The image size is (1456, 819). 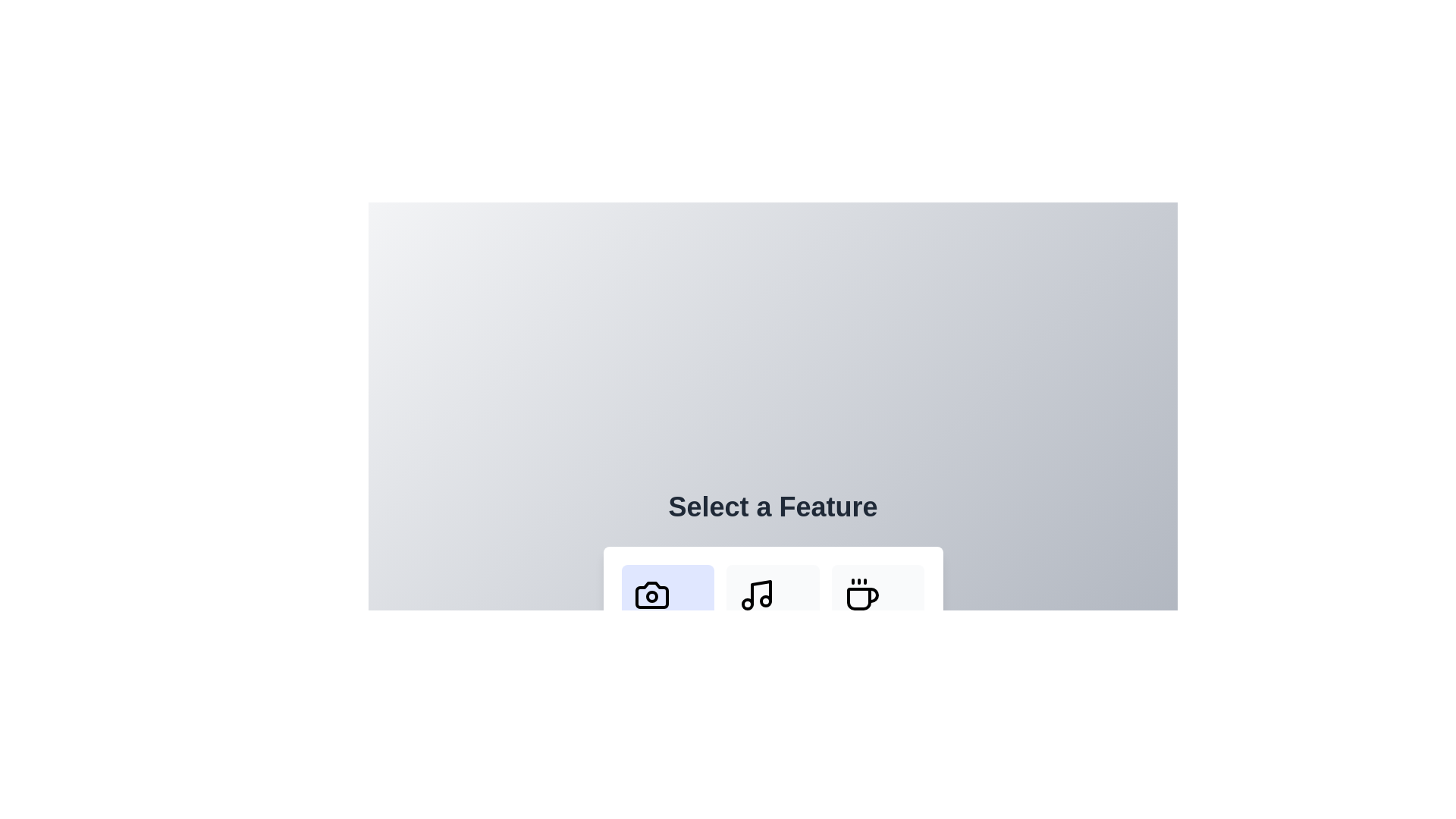 What do you see at coordinates (861, 595) in the screenshot?
I see `the coffee or beverages option button located in the 'Select a Feature' panel, which is the third icon from the left` at bounding box center [861, 595].